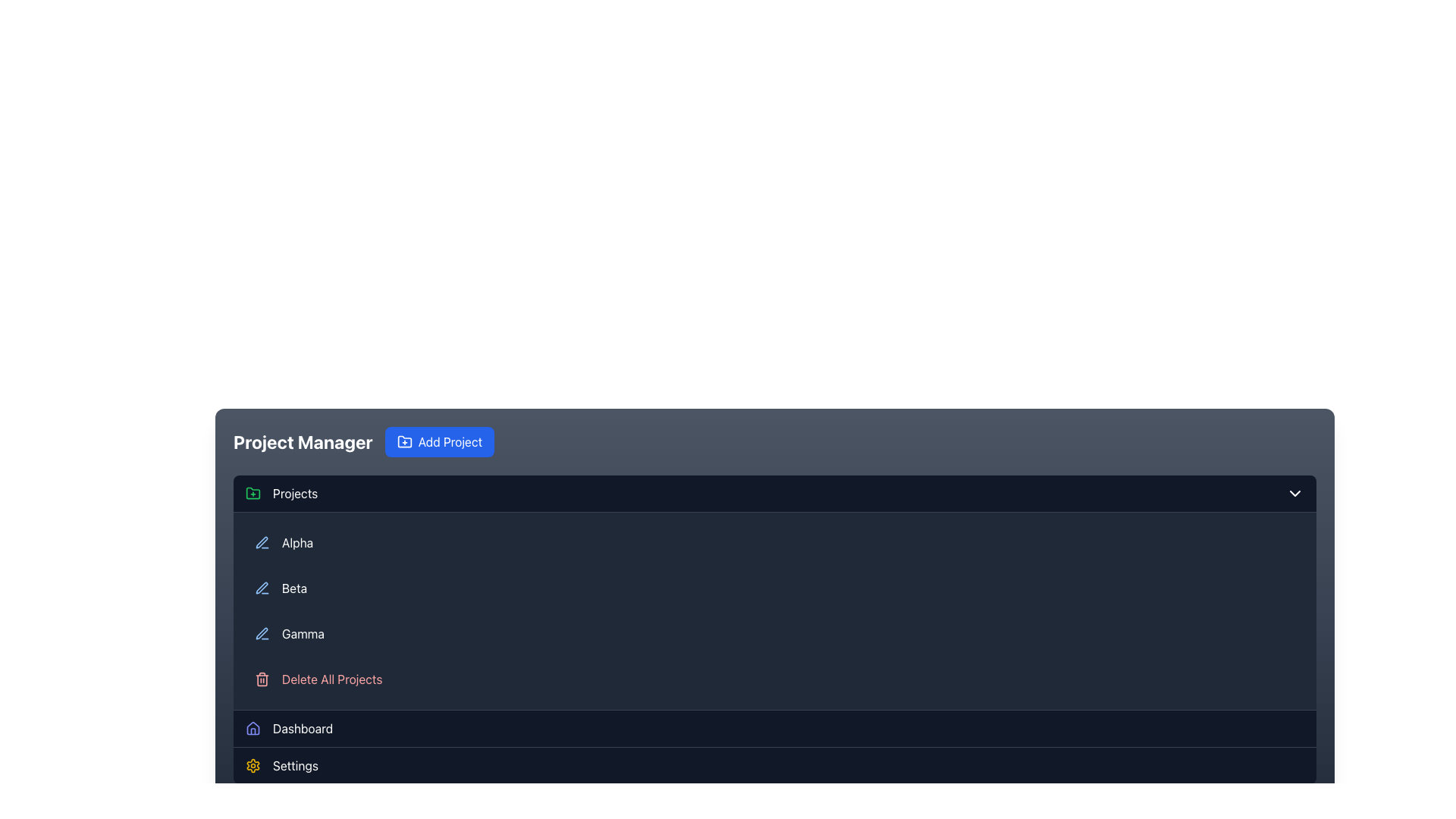 This screenshot has height=819, width=1456. Describe the element at coordinates (253, 766) in the screenshot. I see `the yellow cogwheel icon in the settings section of the sidebar` at that location.